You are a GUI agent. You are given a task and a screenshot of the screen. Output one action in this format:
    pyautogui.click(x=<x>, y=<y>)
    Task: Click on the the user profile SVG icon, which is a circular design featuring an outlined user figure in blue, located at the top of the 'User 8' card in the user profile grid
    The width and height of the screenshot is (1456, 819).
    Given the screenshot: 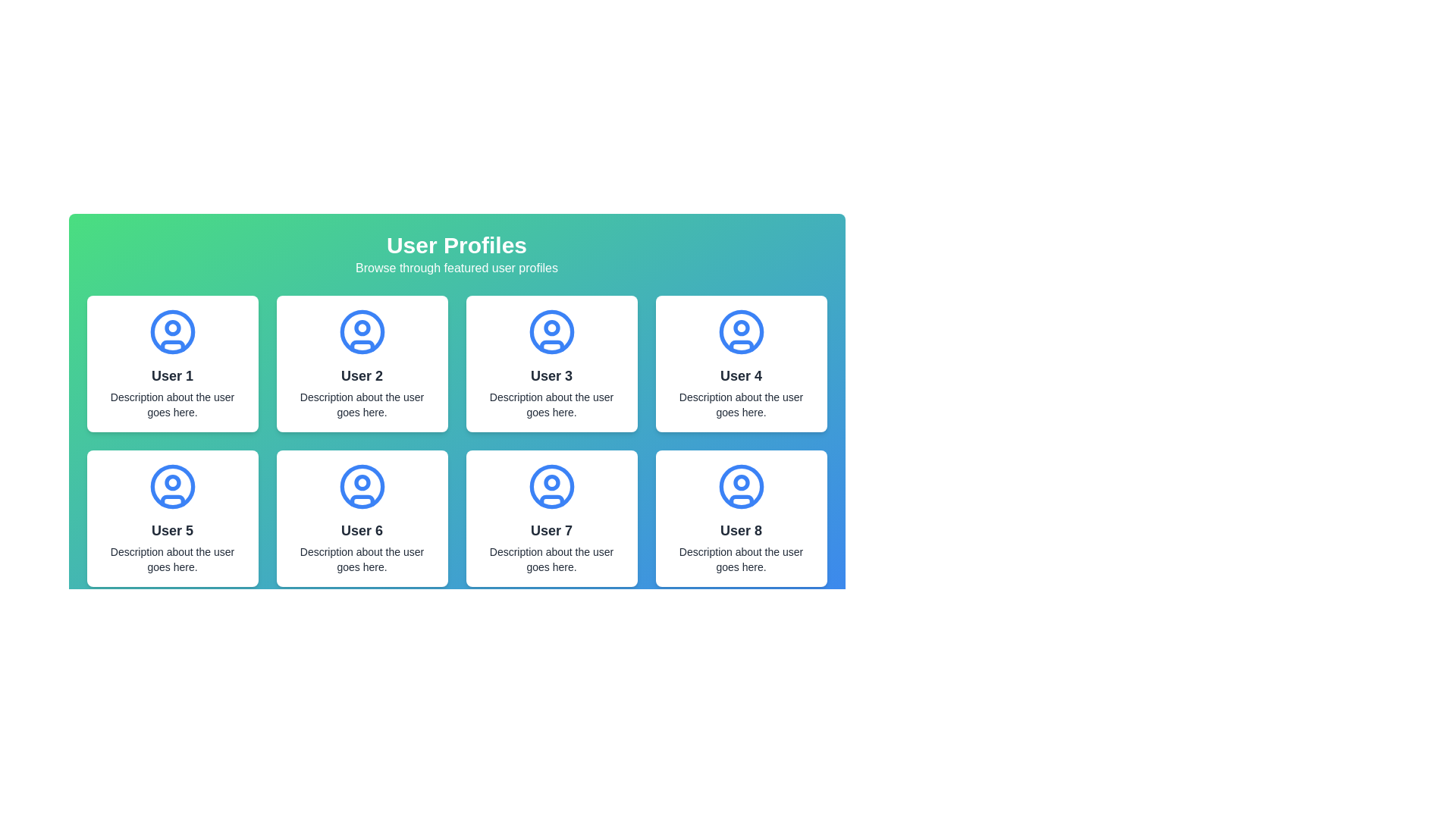 What is the action you would take?
    pyautogui.click(x=741, y=486)
    